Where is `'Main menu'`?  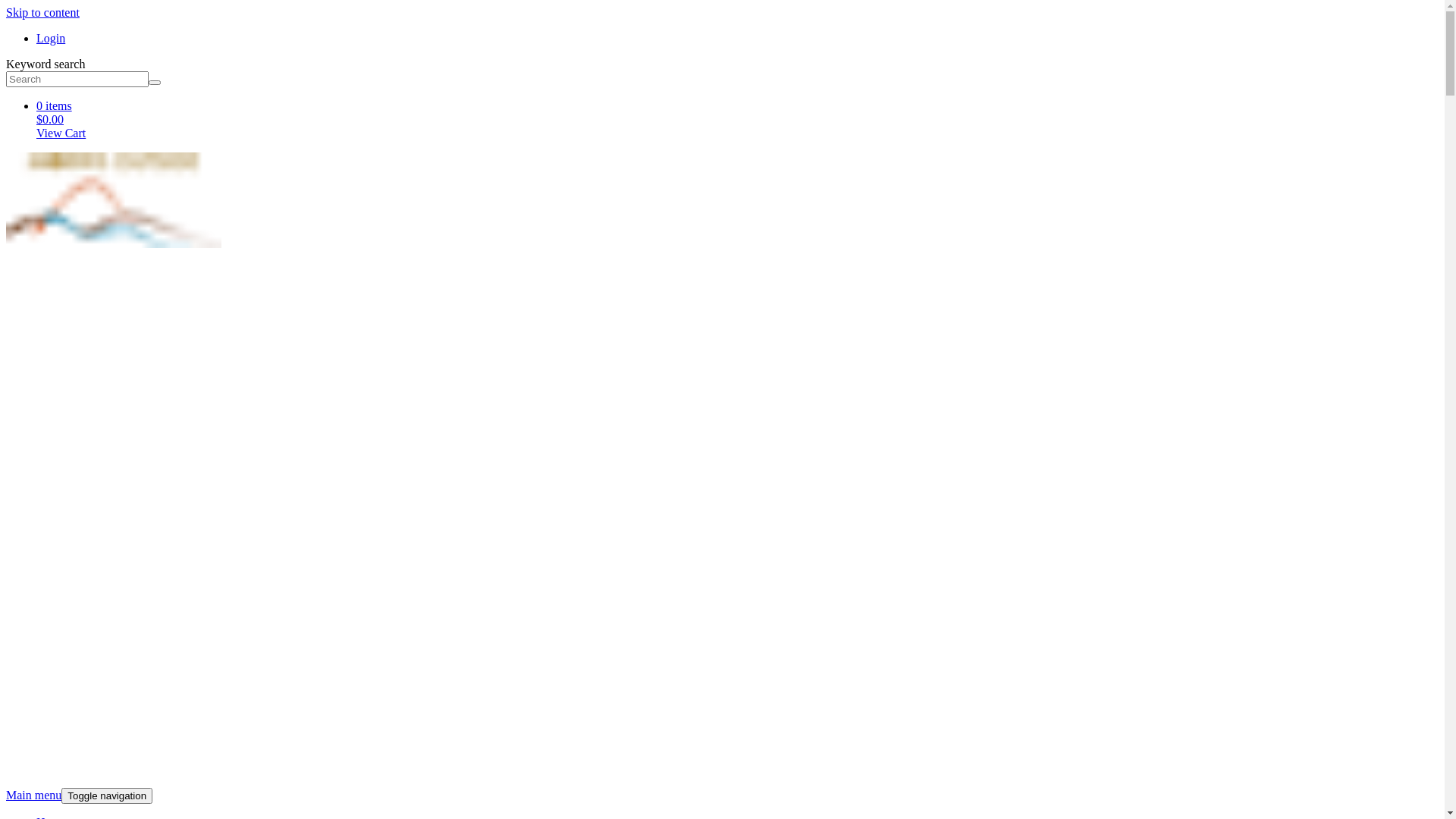
'Main menu' is located at coordinates (33, 794).